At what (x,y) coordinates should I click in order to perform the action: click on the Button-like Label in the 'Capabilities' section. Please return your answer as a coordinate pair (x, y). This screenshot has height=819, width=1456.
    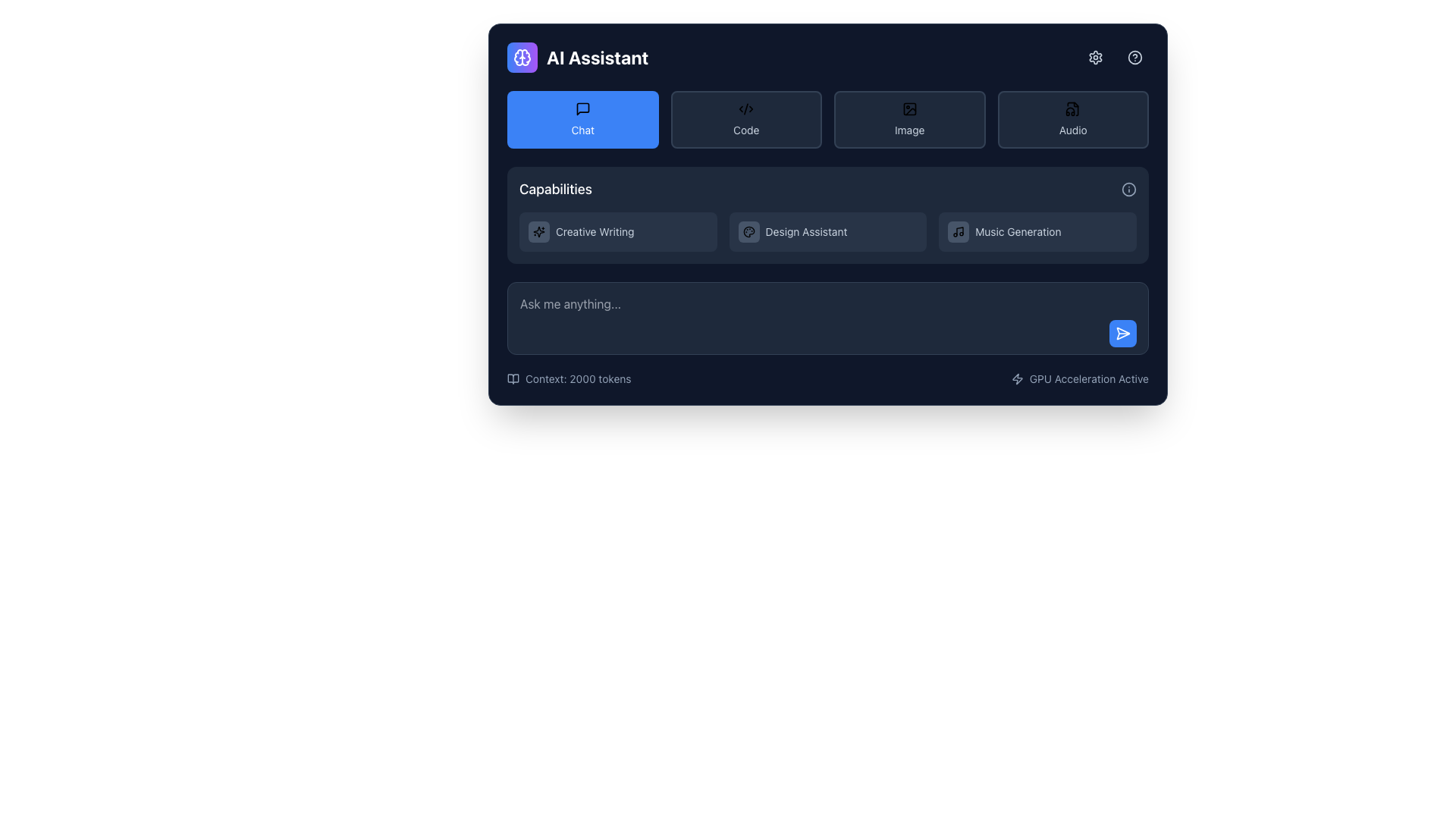
    Looking at the image, I should click on (827, 231).